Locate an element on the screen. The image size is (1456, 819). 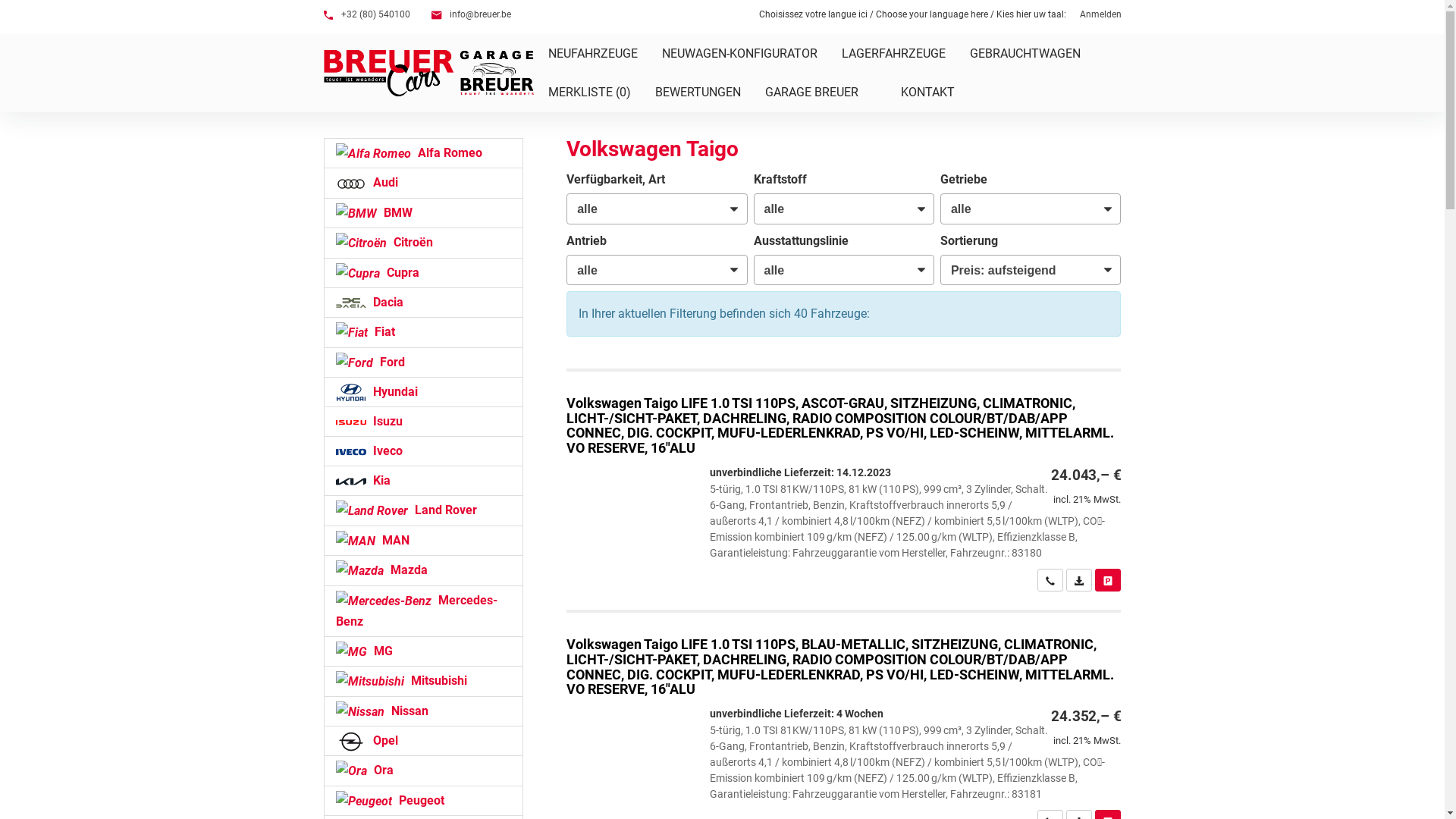
'Opel' is located at coordinates (422, 739).